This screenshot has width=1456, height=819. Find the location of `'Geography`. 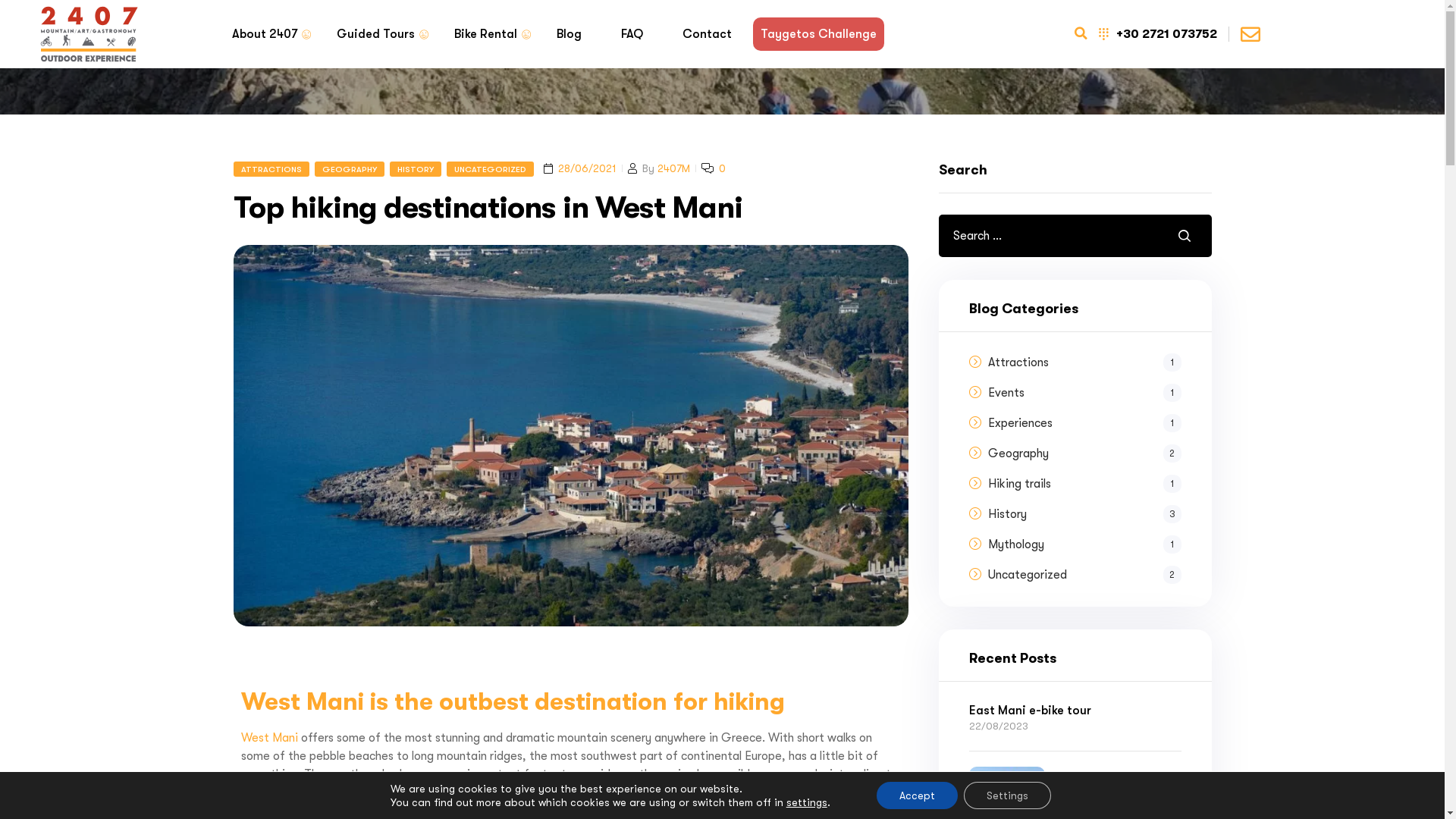

'Geography is located at coordinates (987, 452).